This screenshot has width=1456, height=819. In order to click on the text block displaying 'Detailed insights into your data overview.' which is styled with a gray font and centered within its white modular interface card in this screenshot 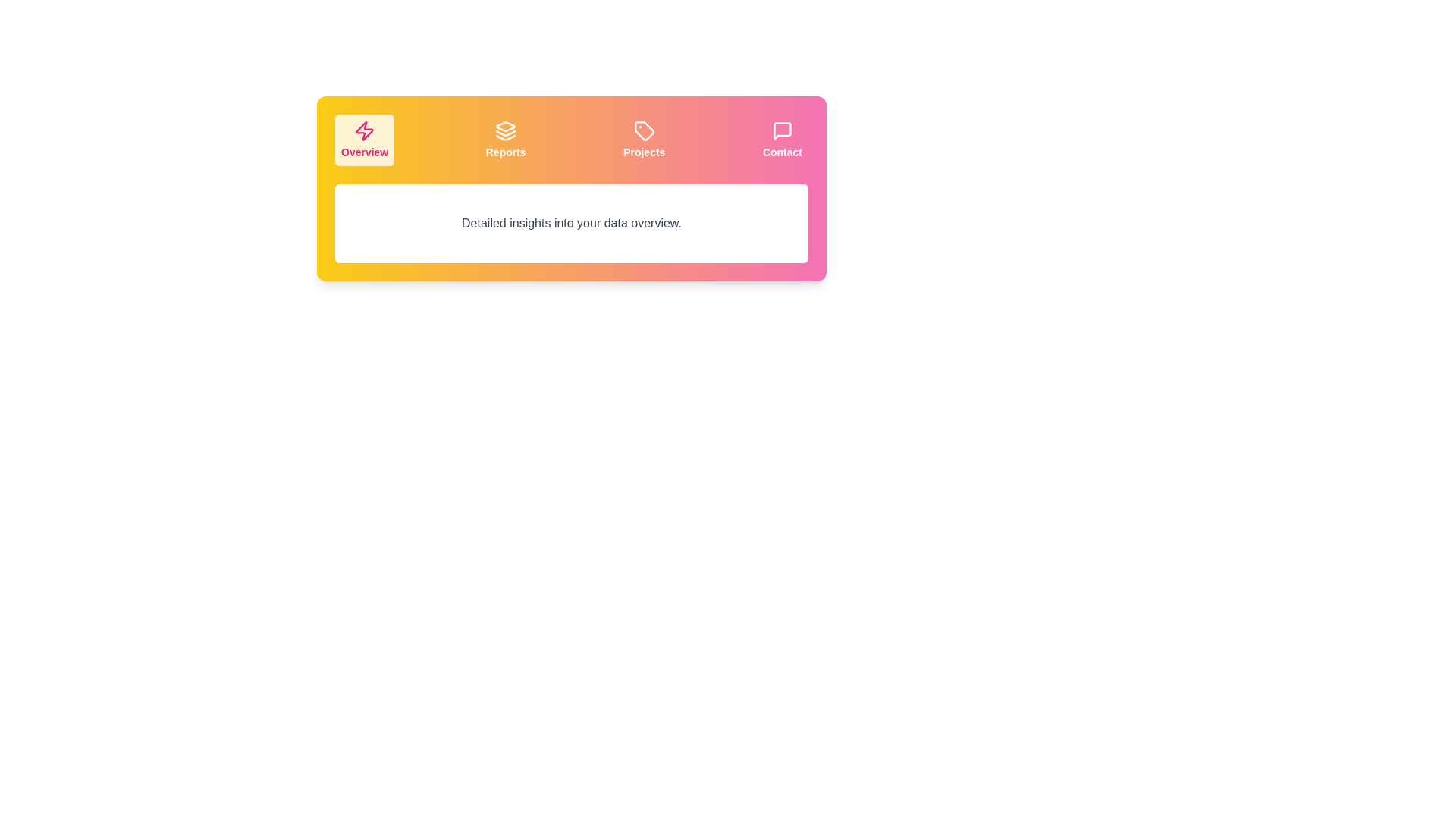, I will do `click(570, 223)`.